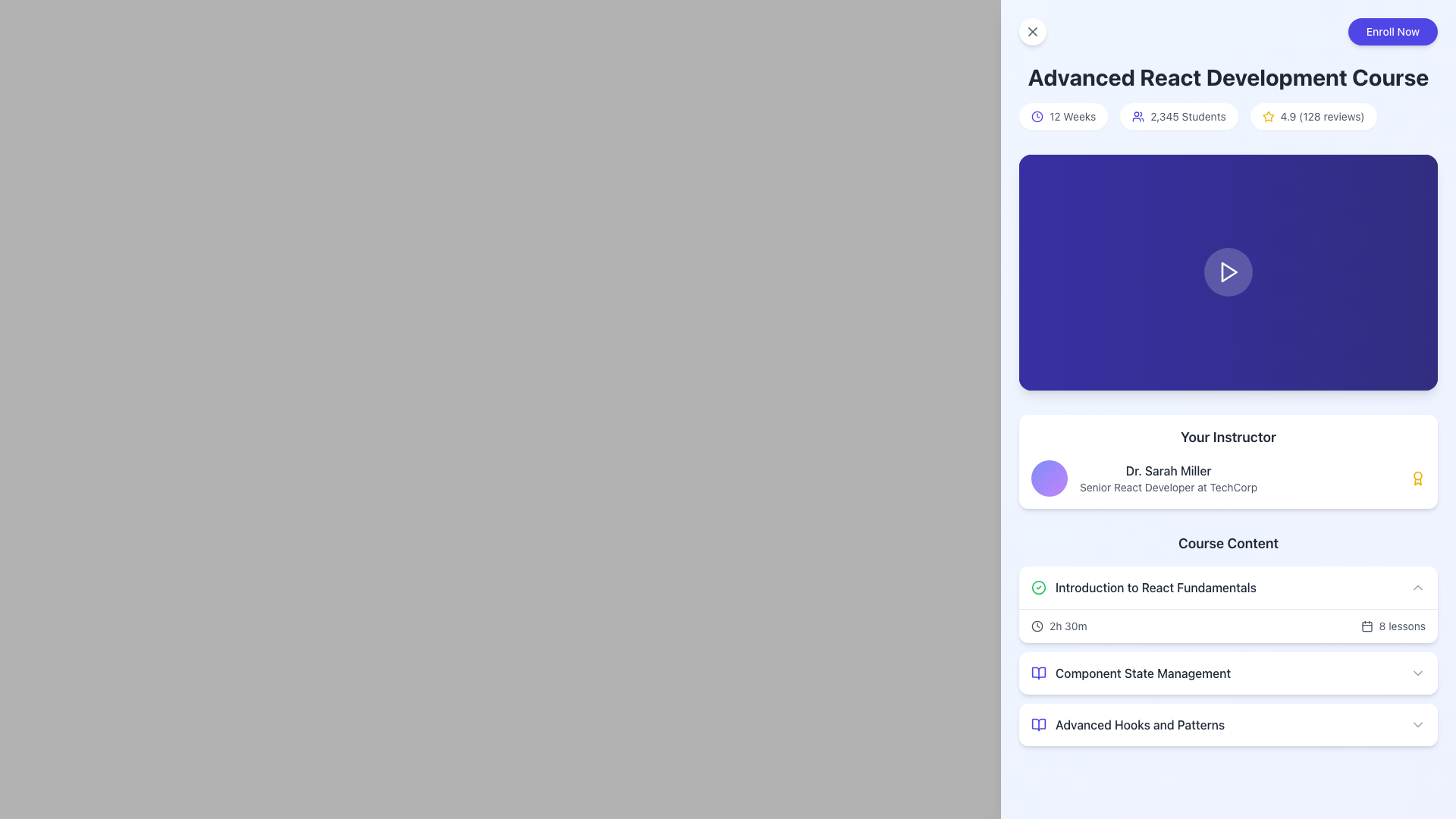 This screenshot has height=819, width=1456. What do you see at coordinates (1032, 32) in the screenshot?
I see `the circular button with a white background and gray X icon at the top-left corner of the interface` at bounding box center [1032, 32].